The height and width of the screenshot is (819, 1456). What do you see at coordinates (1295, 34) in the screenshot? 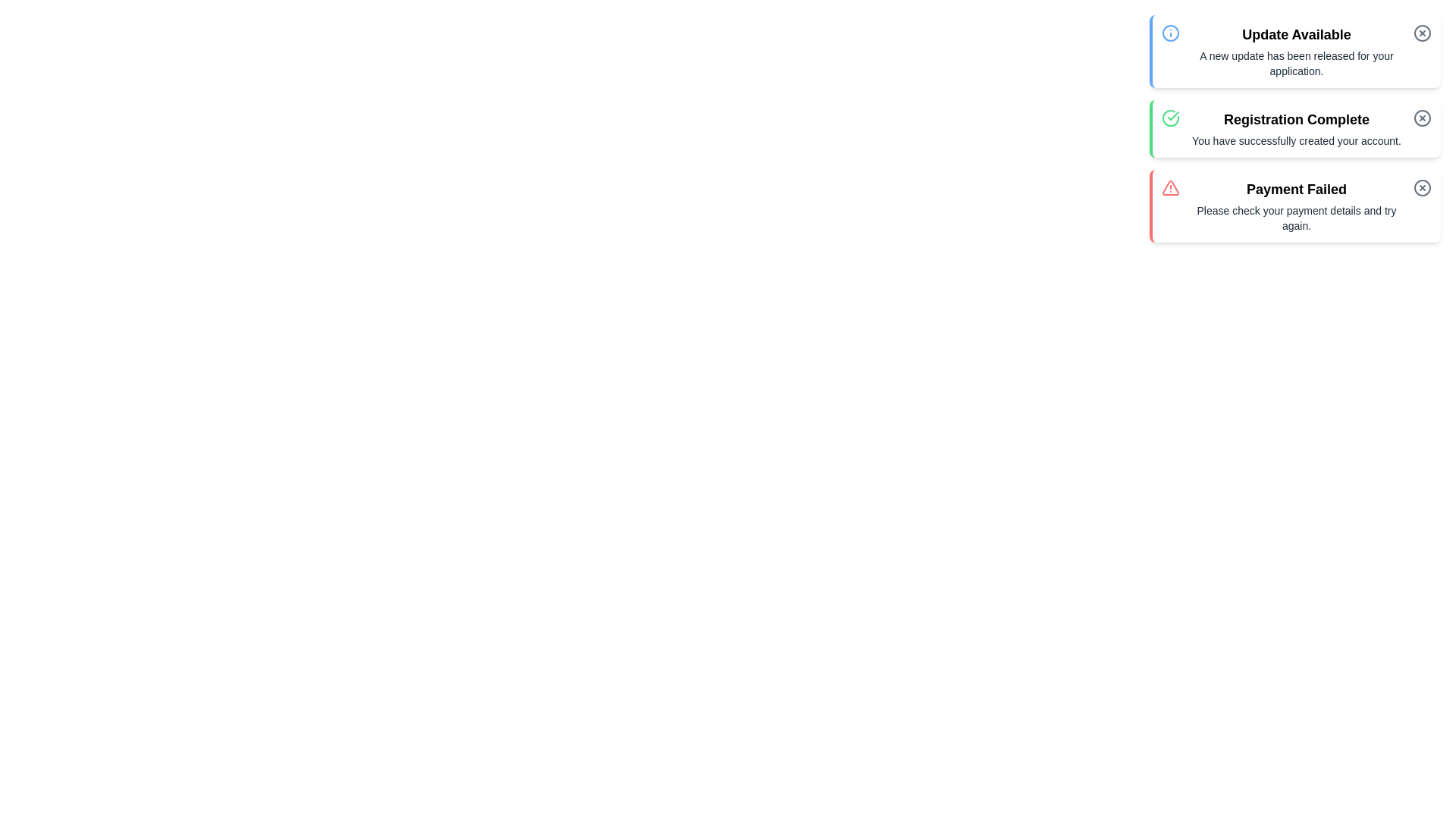
I see `the 'Update Available' text label, which is prominently displayed in bold black font at the top of the first notification card` at bounding box center [1295, 34].